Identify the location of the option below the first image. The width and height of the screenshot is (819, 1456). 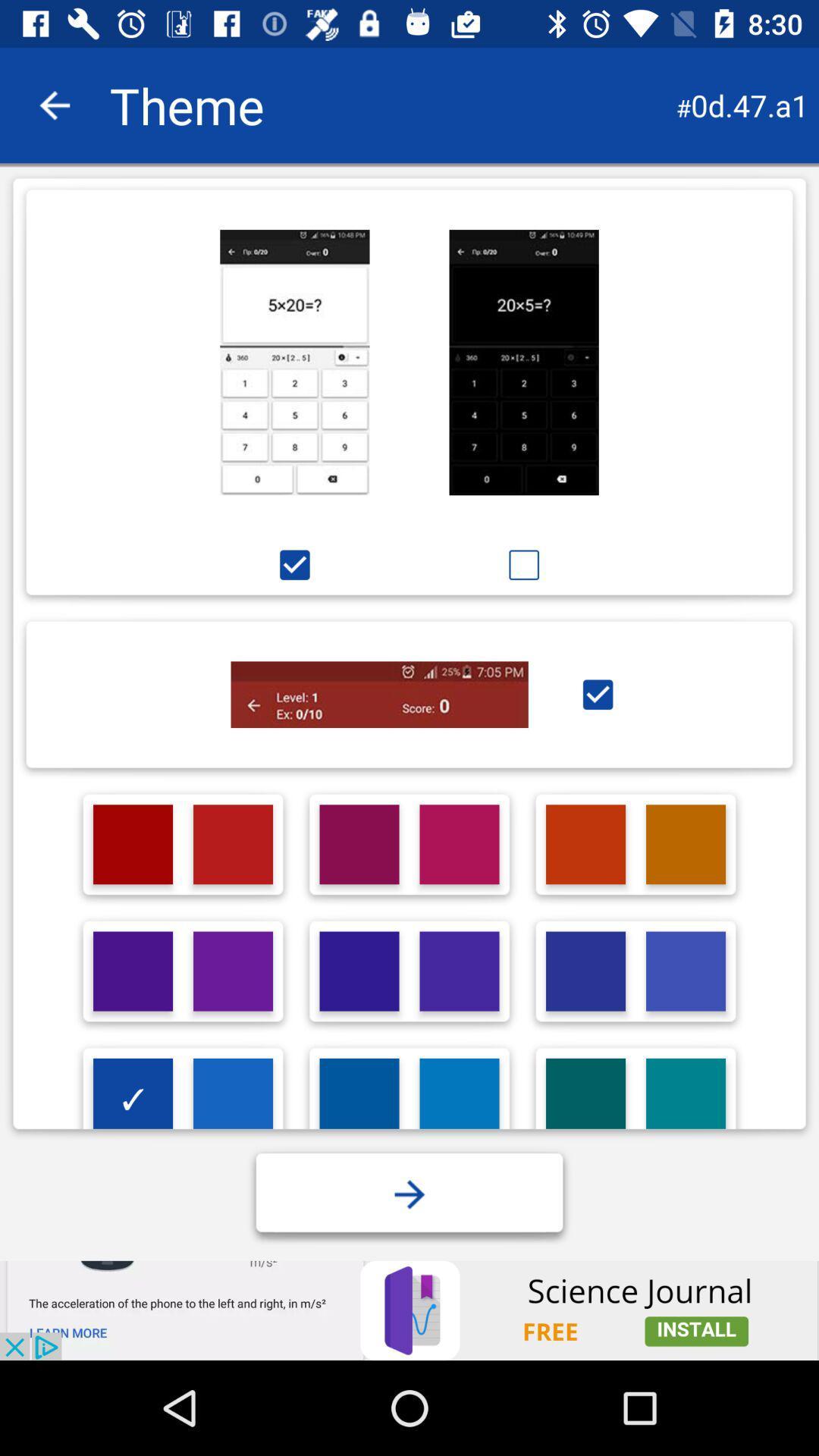
(295, 564).